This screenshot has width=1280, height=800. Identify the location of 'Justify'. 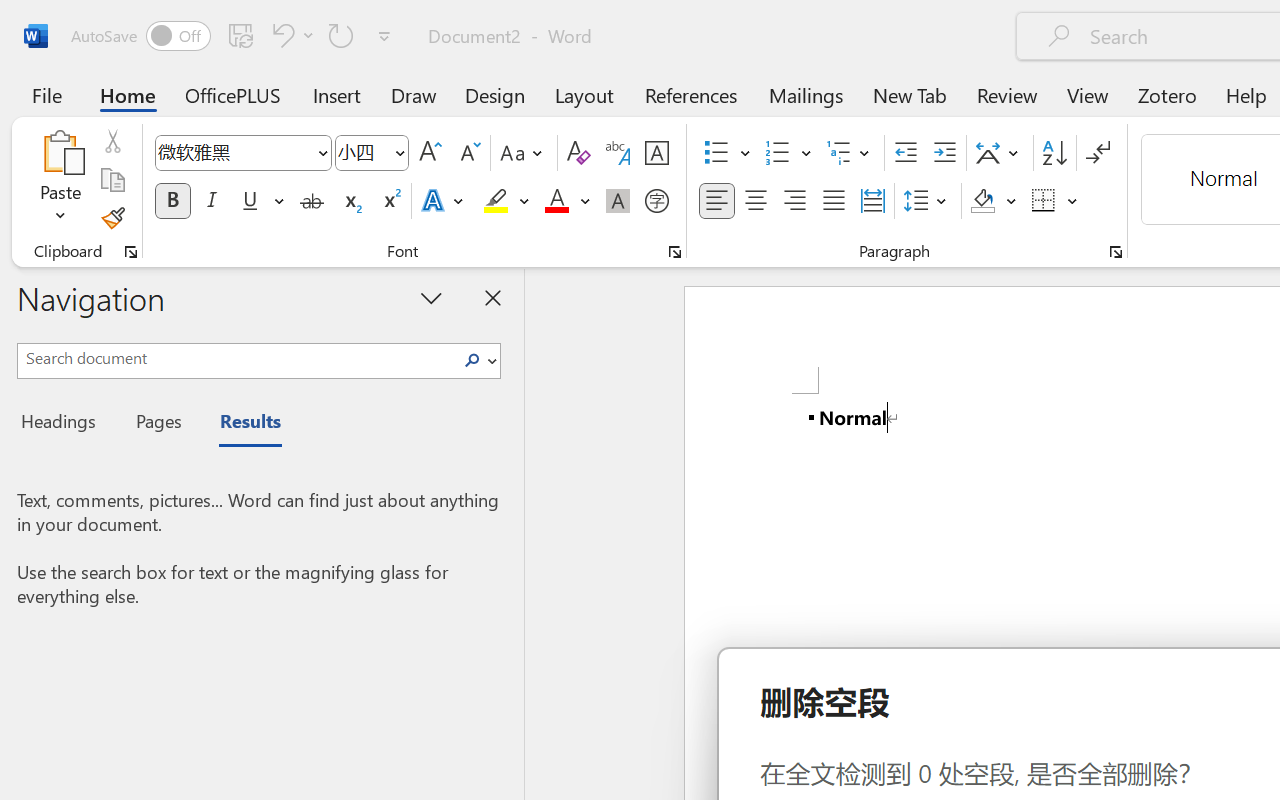
(834, 201).